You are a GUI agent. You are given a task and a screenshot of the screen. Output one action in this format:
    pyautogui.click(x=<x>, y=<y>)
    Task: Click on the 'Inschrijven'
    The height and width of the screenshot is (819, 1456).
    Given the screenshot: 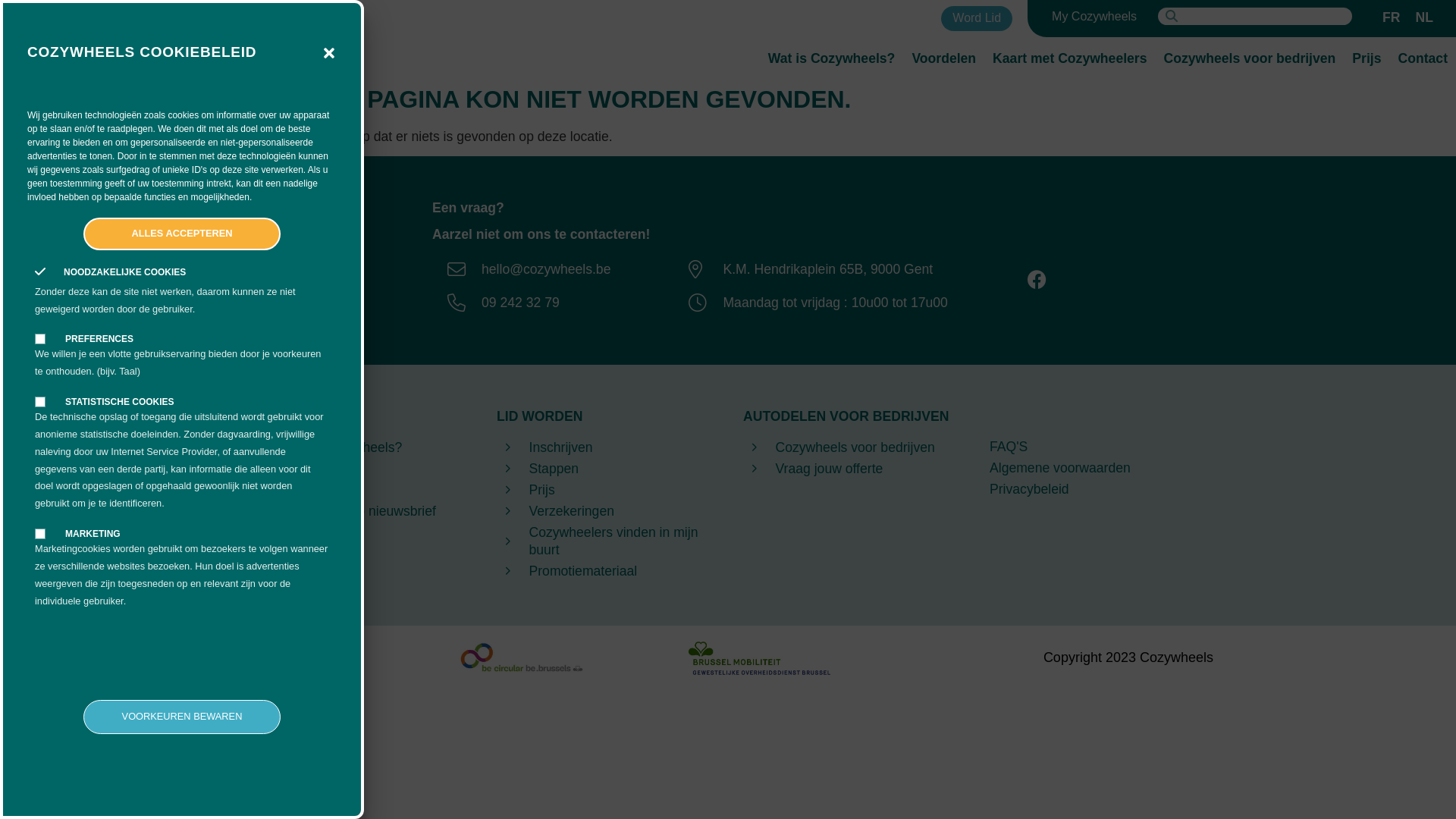 What is the action you would take?
    pyautogui.click(x=496, y=447)
    